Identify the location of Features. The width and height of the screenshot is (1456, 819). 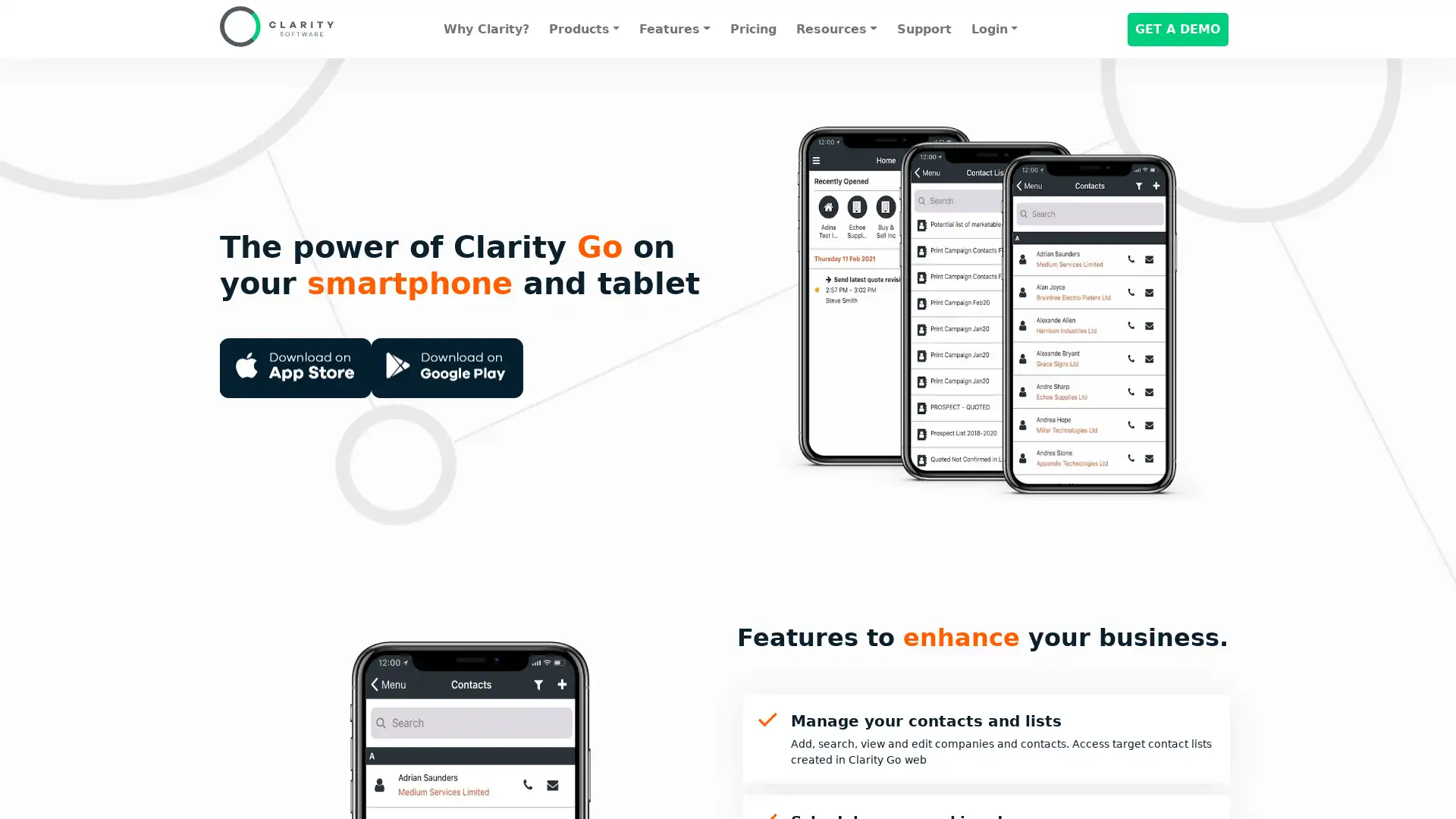
(673, 29).